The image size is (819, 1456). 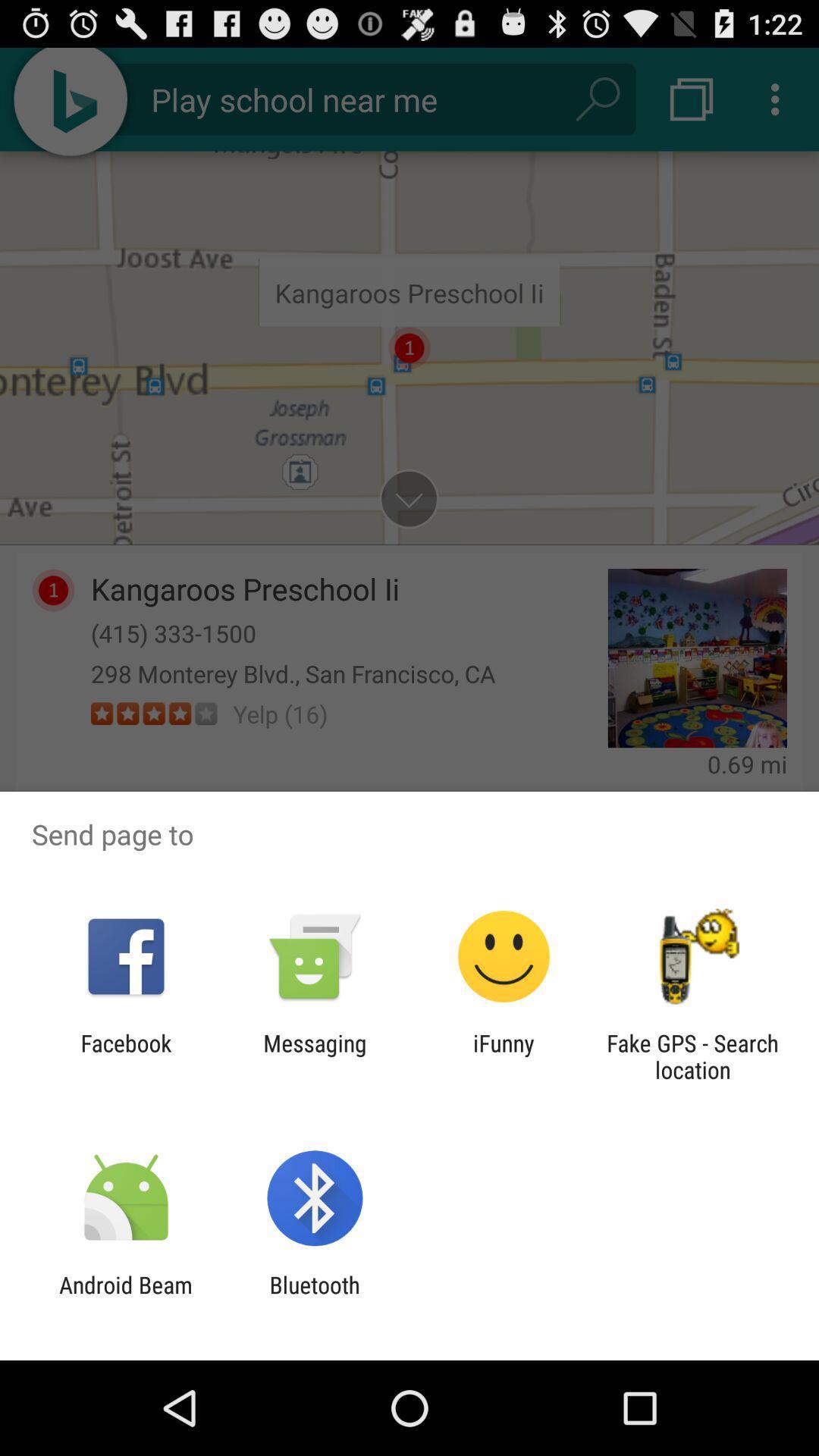 What do you see at coordinates (314, 1298) in the screenshot?
I see `bluetooth icon` at bounding box center [314, 1298].